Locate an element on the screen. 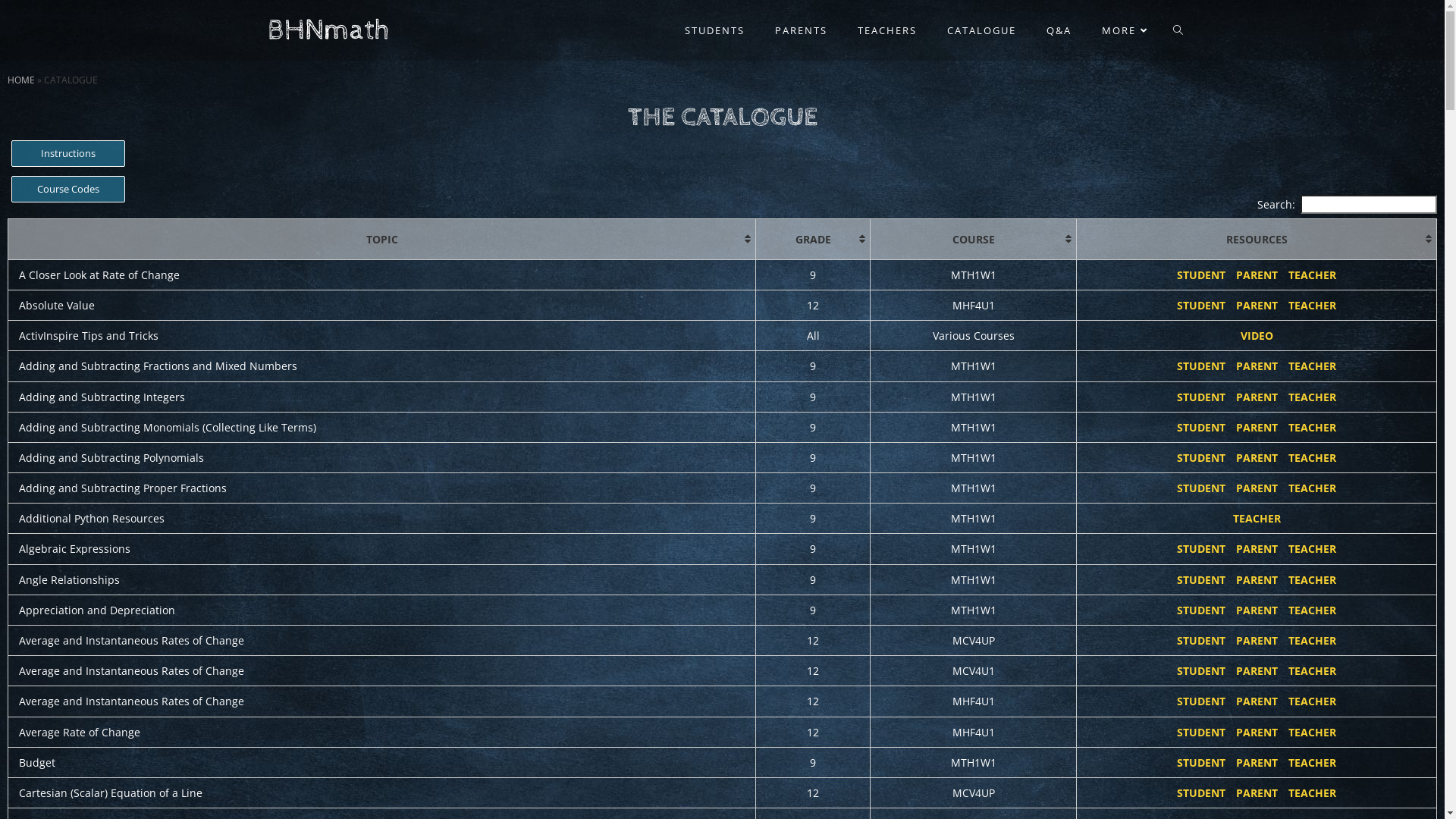 Image resolution: width=1456 pixels, height=819 pixels. 'PARENT' is located at coordinates (1236, 275).